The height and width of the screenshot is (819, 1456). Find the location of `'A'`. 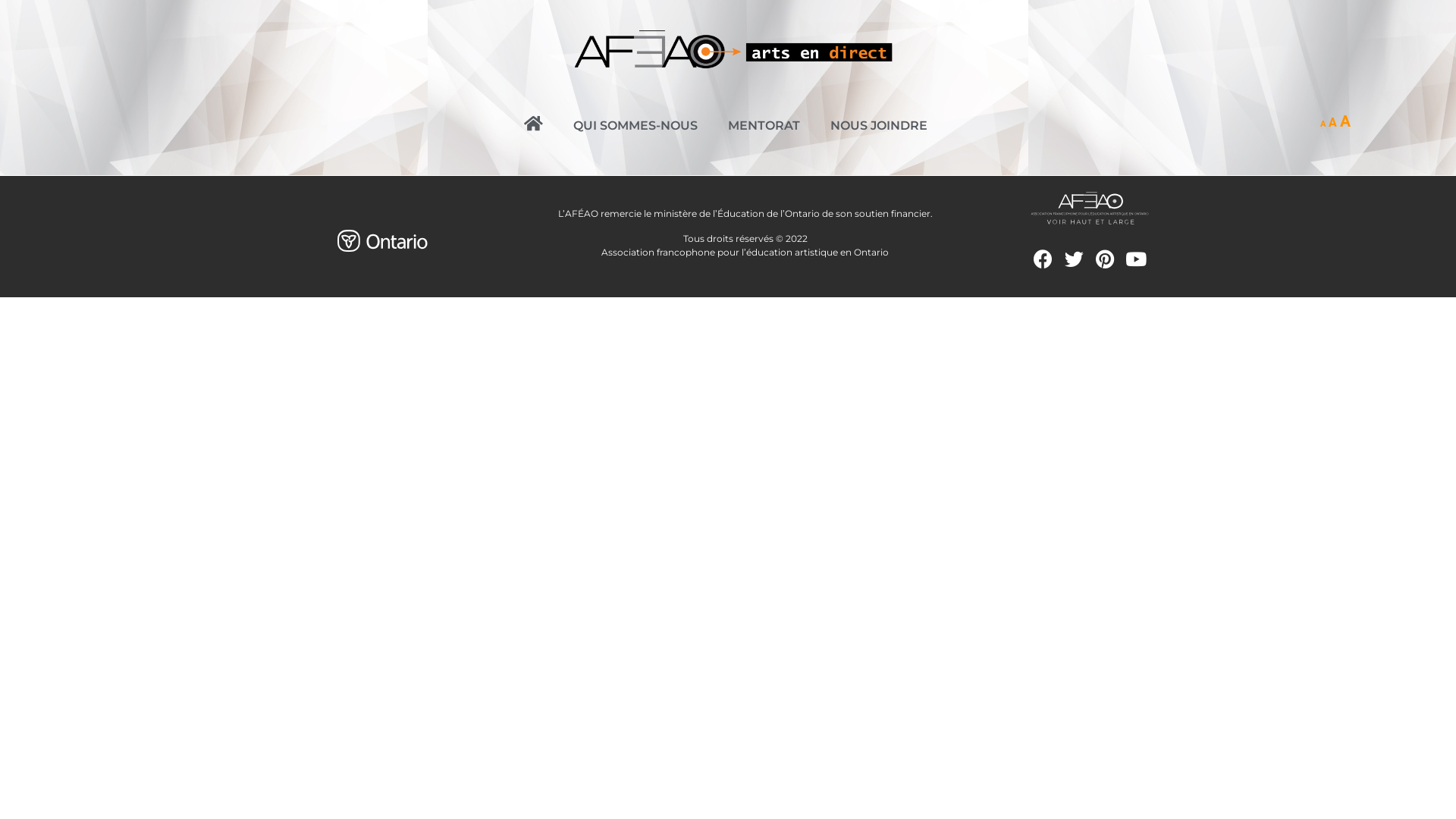

'A' is located at coordinates (1332, 121).